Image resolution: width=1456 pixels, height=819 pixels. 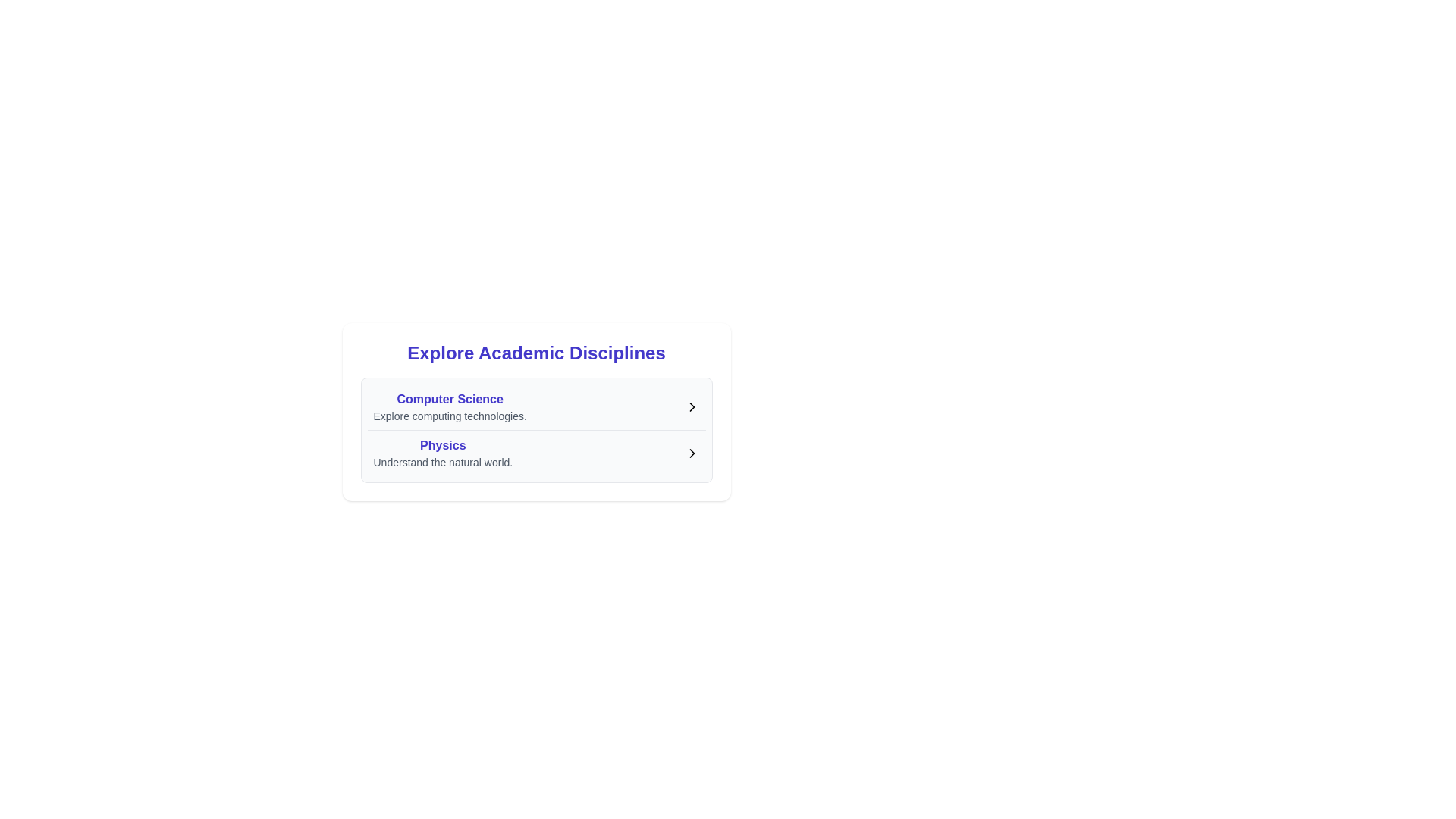 I want to click on the academic discipline, so click(x=442, y=452).